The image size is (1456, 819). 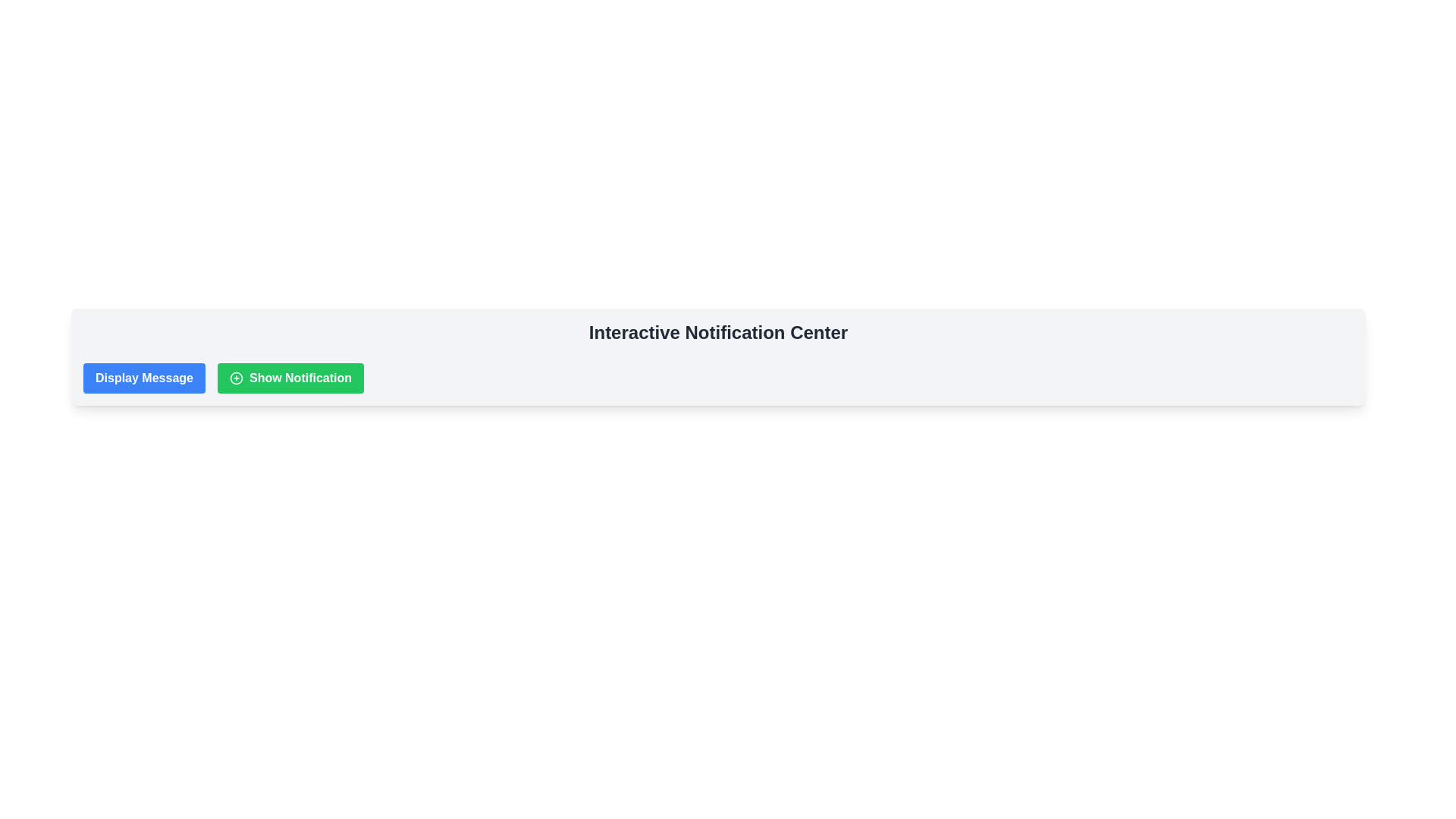 What do you see at coordinates (236, 377) in the screenshot?
I see `the decorative icon located to the left of the 'Show Notification' text inside the green button labeled 'Show Notification'` at bounding box center [236, 377].